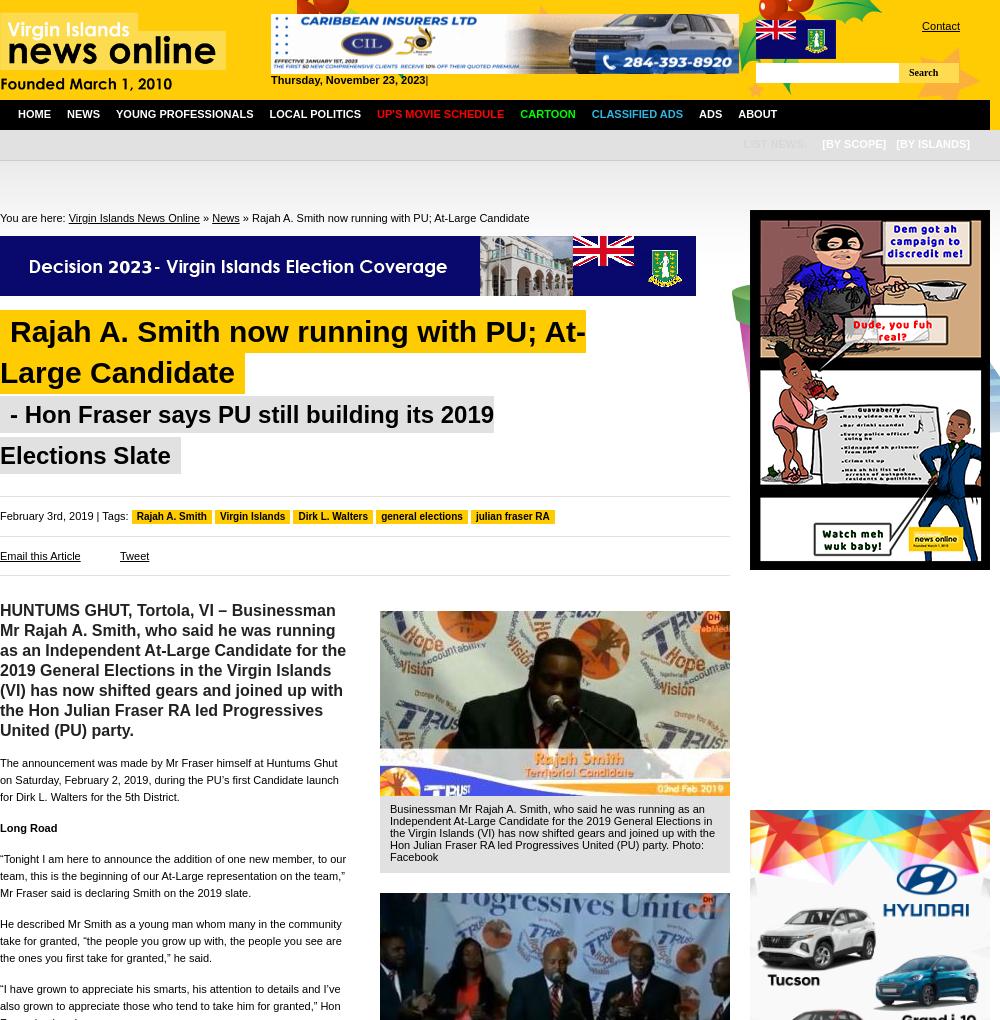  What do you see at coordinates (169, 778) in the screenshot?
I see `'The announcement was made by Mr Fraser himself at Huntums Ghut on Saturday, February 2, 2019, during the PU’s first Candidate launch for Dirk L. Walters for the 5th District.'` at bounding box center [169, 778].